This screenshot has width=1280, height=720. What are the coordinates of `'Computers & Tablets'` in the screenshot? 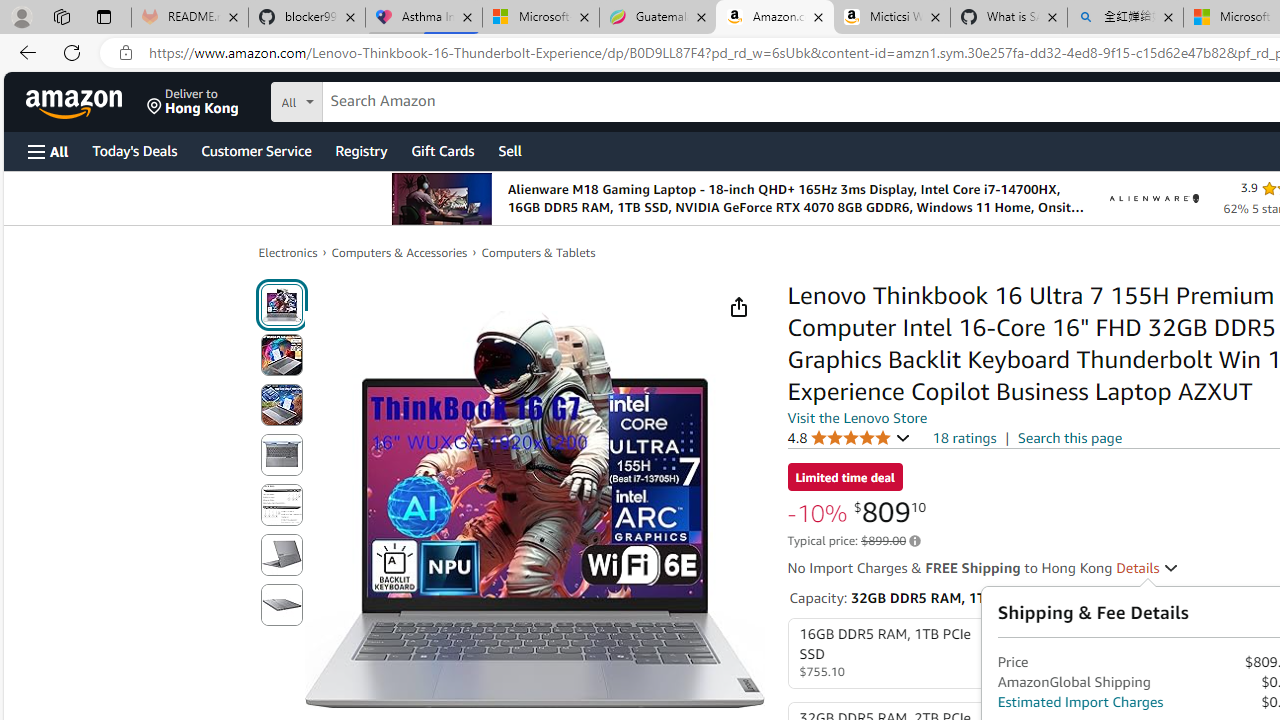 It's located at (538, 251).